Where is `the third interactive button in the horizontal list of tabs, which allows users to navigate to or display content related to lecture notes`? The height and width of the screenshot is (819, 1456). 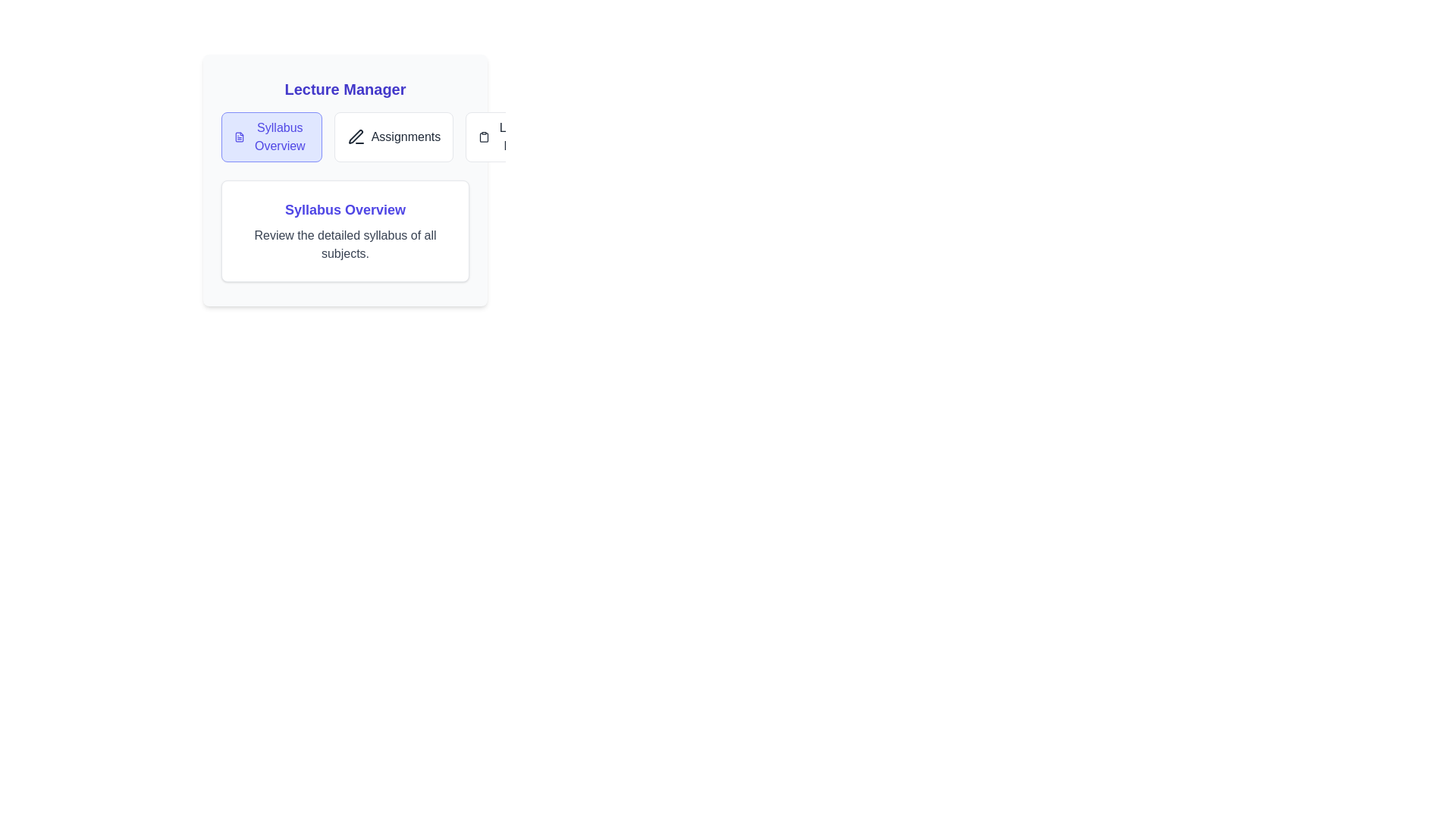
the third interactive button in the horizontal list of tabs, which allows users to navigate to or display content related to lecture notes is located at coordinates (510, 137).